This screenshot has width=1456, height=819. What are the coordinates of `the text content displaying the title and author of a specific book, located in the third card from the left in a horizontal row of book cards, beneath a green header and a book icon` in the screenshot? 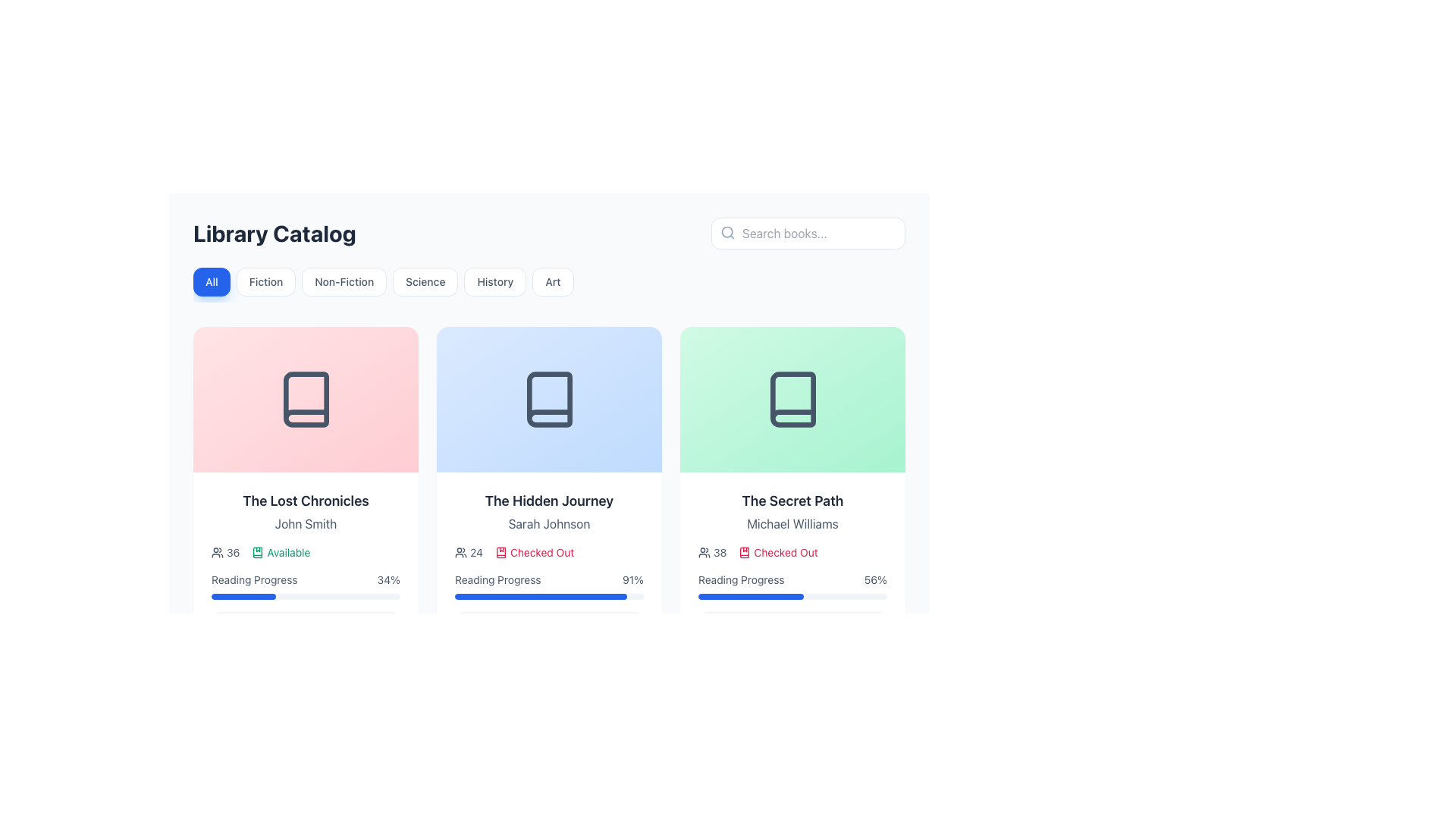 It's located at (792, 512).